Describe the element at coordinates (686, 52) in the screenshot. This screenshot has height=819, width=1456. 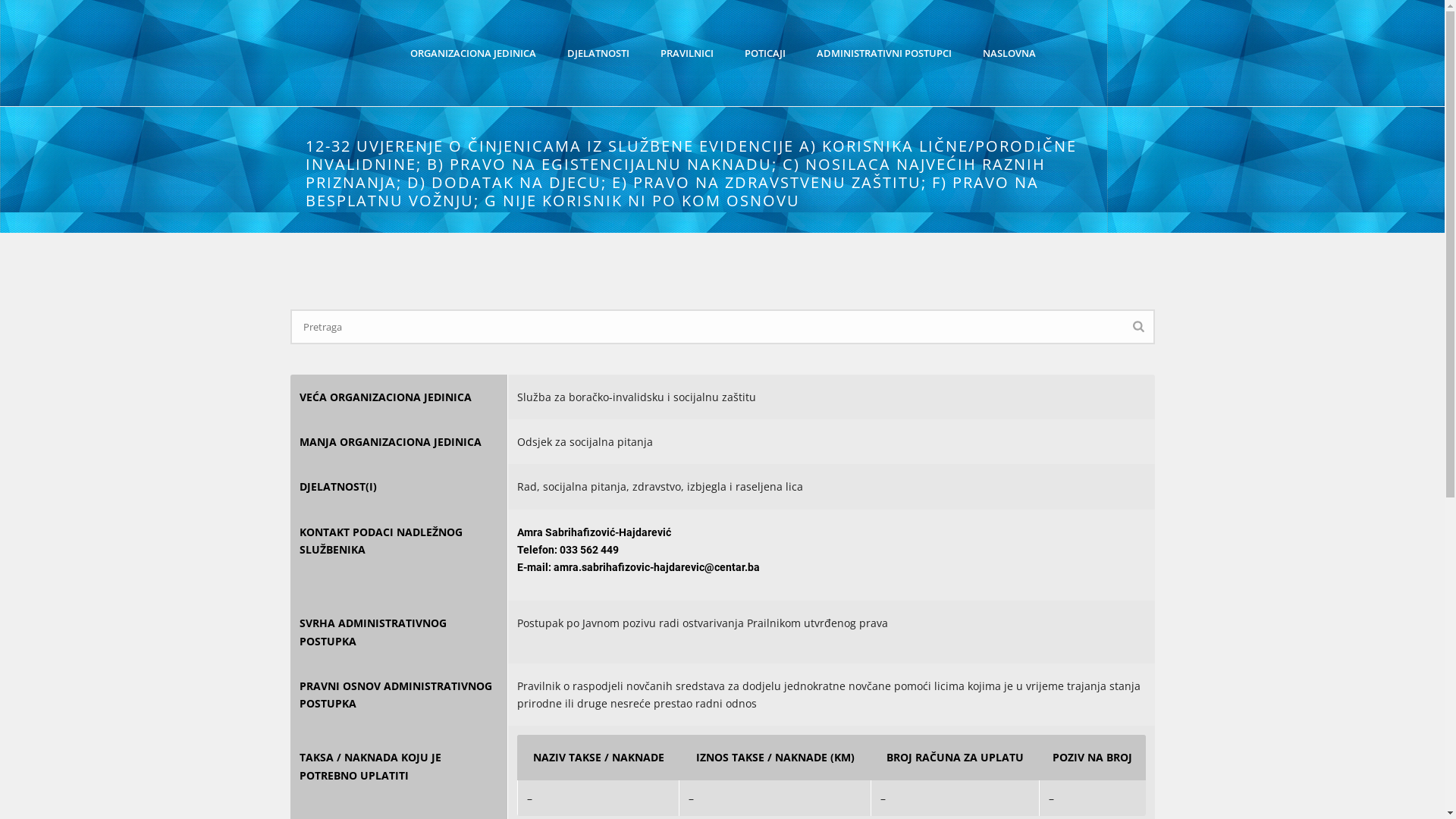
I see `'PRAVILNICI'` at that location.